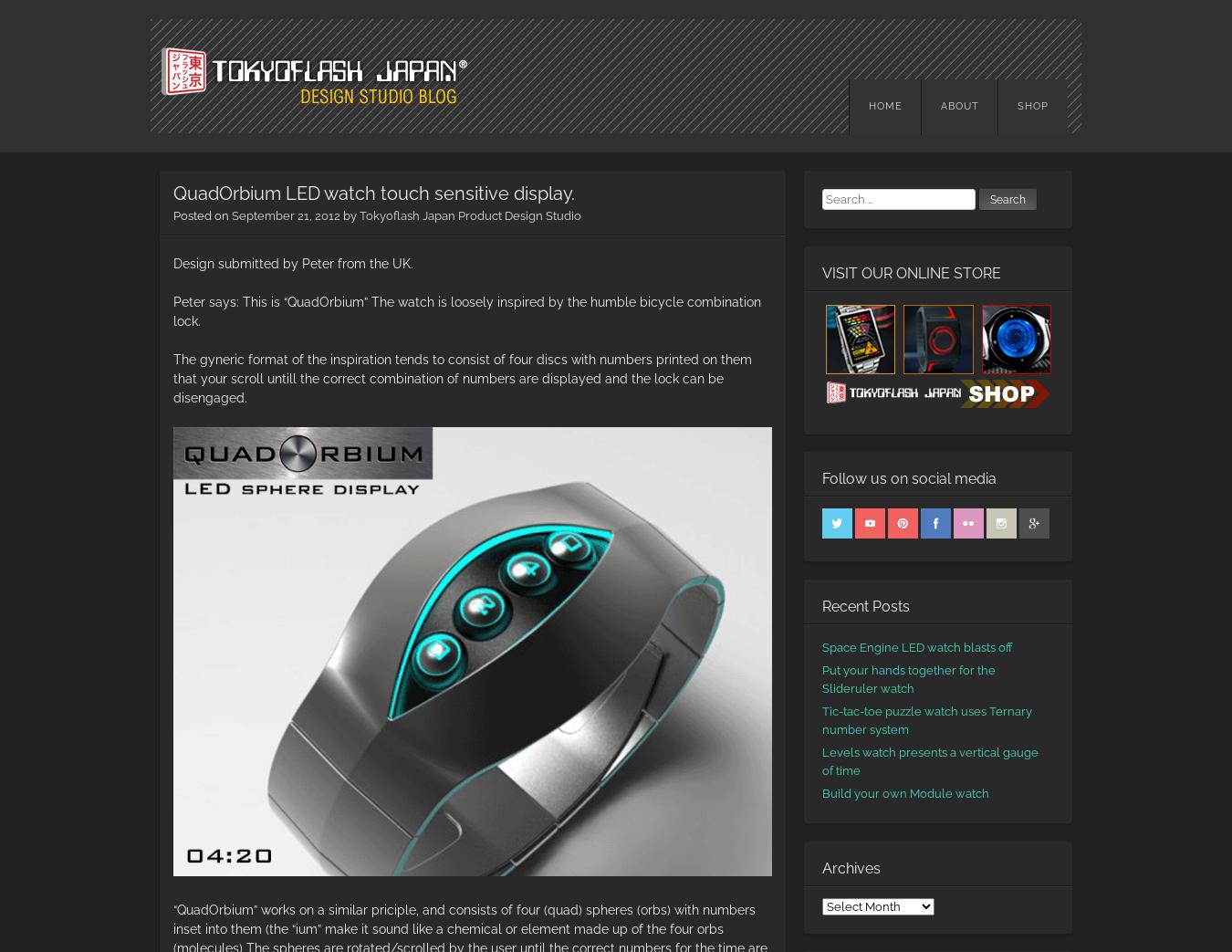  Describe the element at coordinates (911, 272) in the screenshot. I see `'VISIT OUR ONLINE STORE'` at that location.